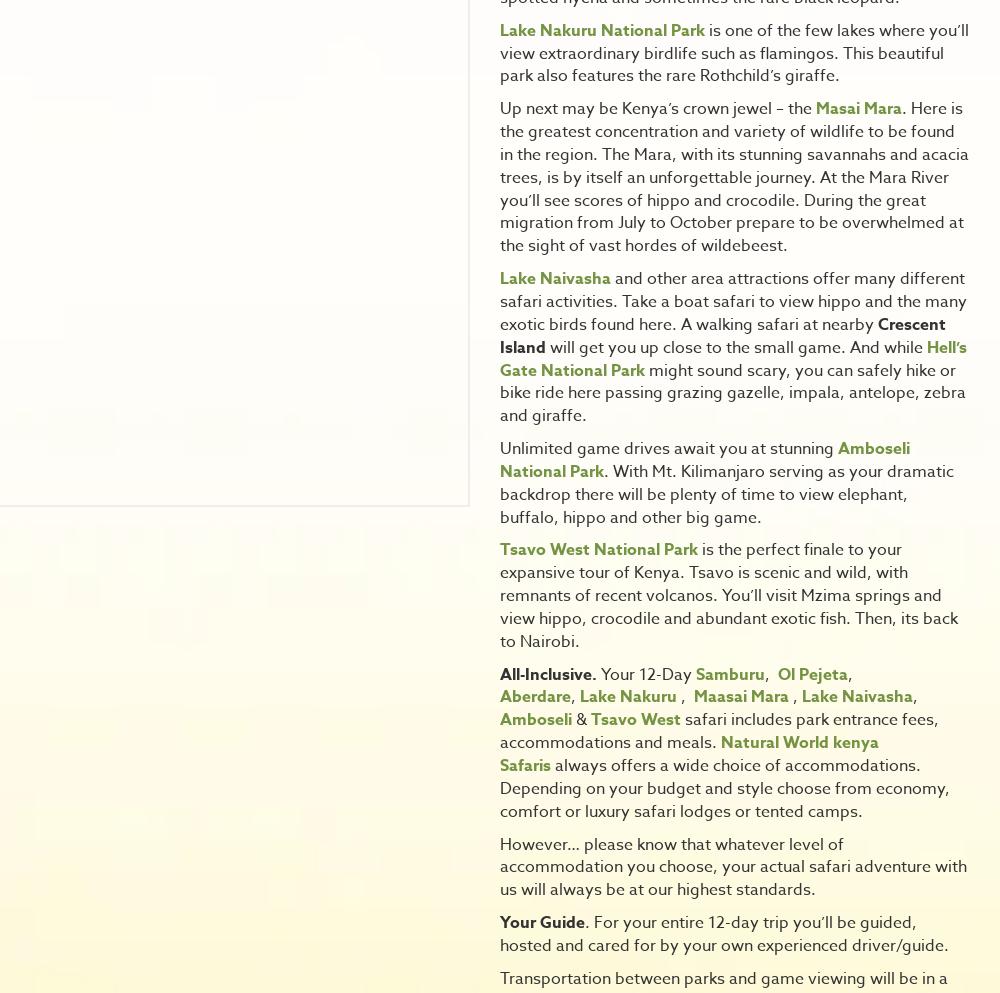 Image resolution: width=1000 pixels, height=993 pixels. What do you see at coordinates (718, 731) in the screenshot?
I see `'safari includes park entrance fees, accommodations and meals.'` at bounding box center [718, 731].